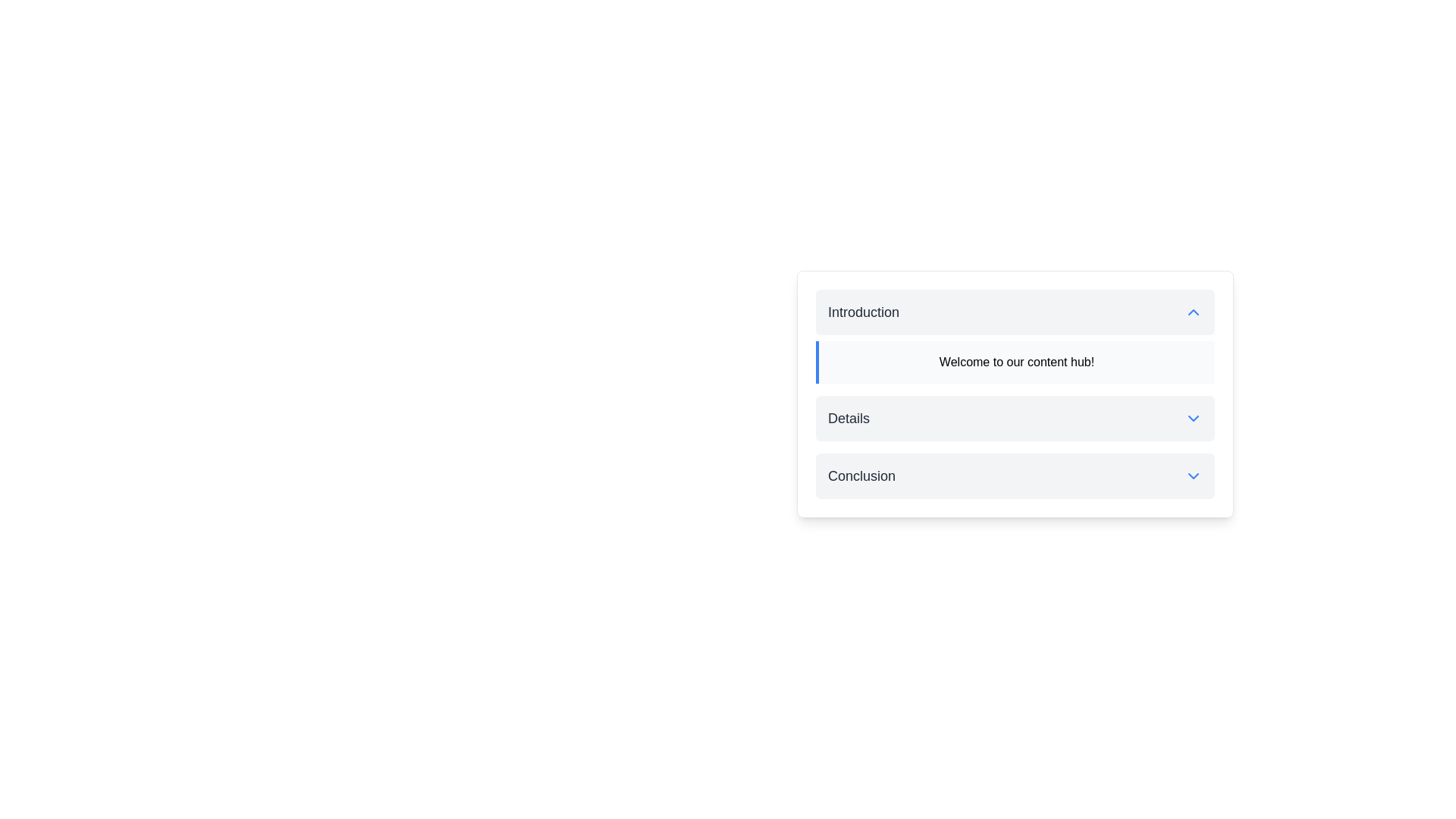  What do you see at coordinates (1193, 312) in the screenshot?
I see `the SVG Icon located at the far-right side of the 'Introduction' header section` at bounding box center [1193, 312].